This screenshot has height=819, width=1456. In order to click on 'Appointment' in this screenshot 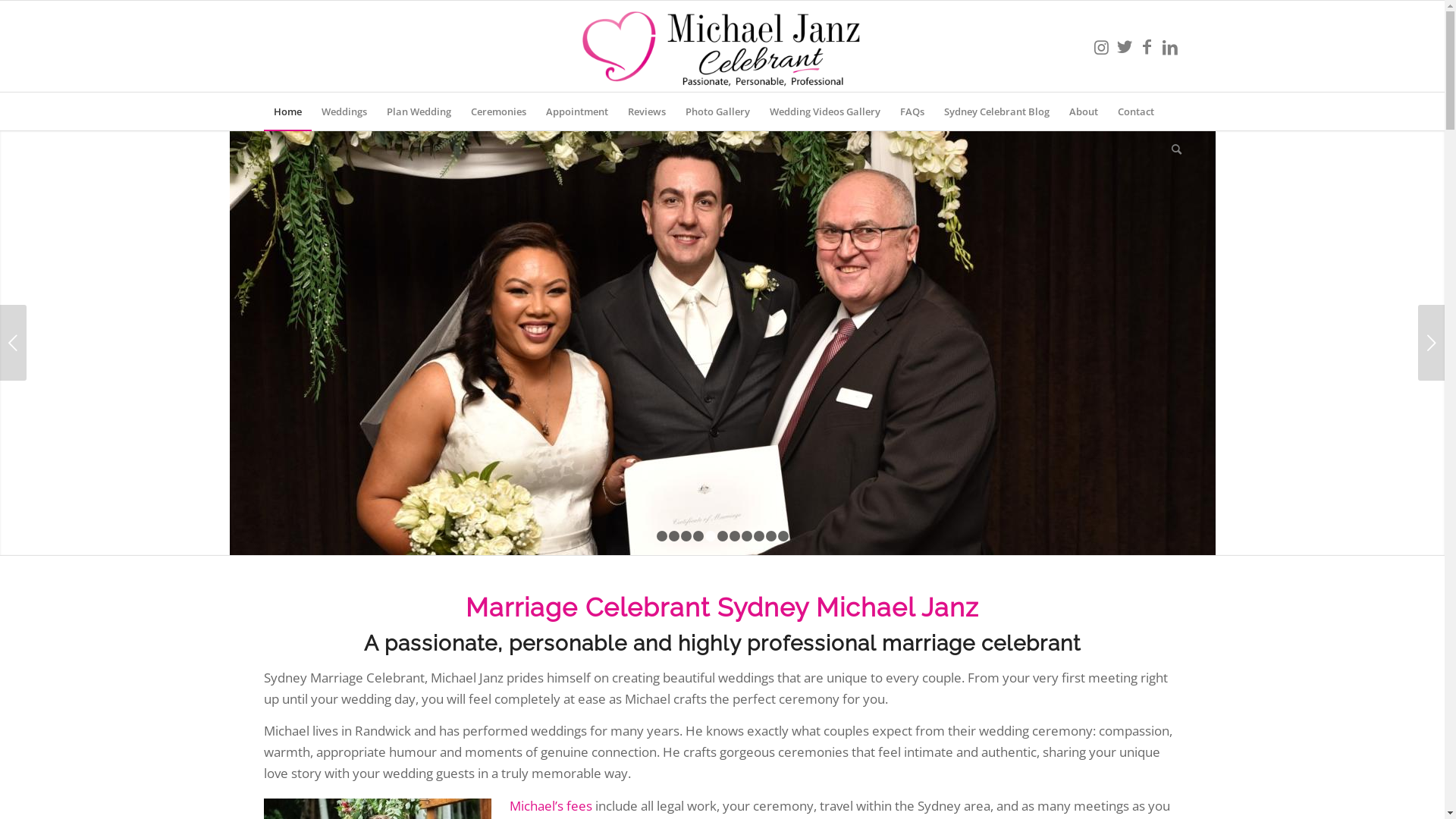, I will do `click(575, 110)`.